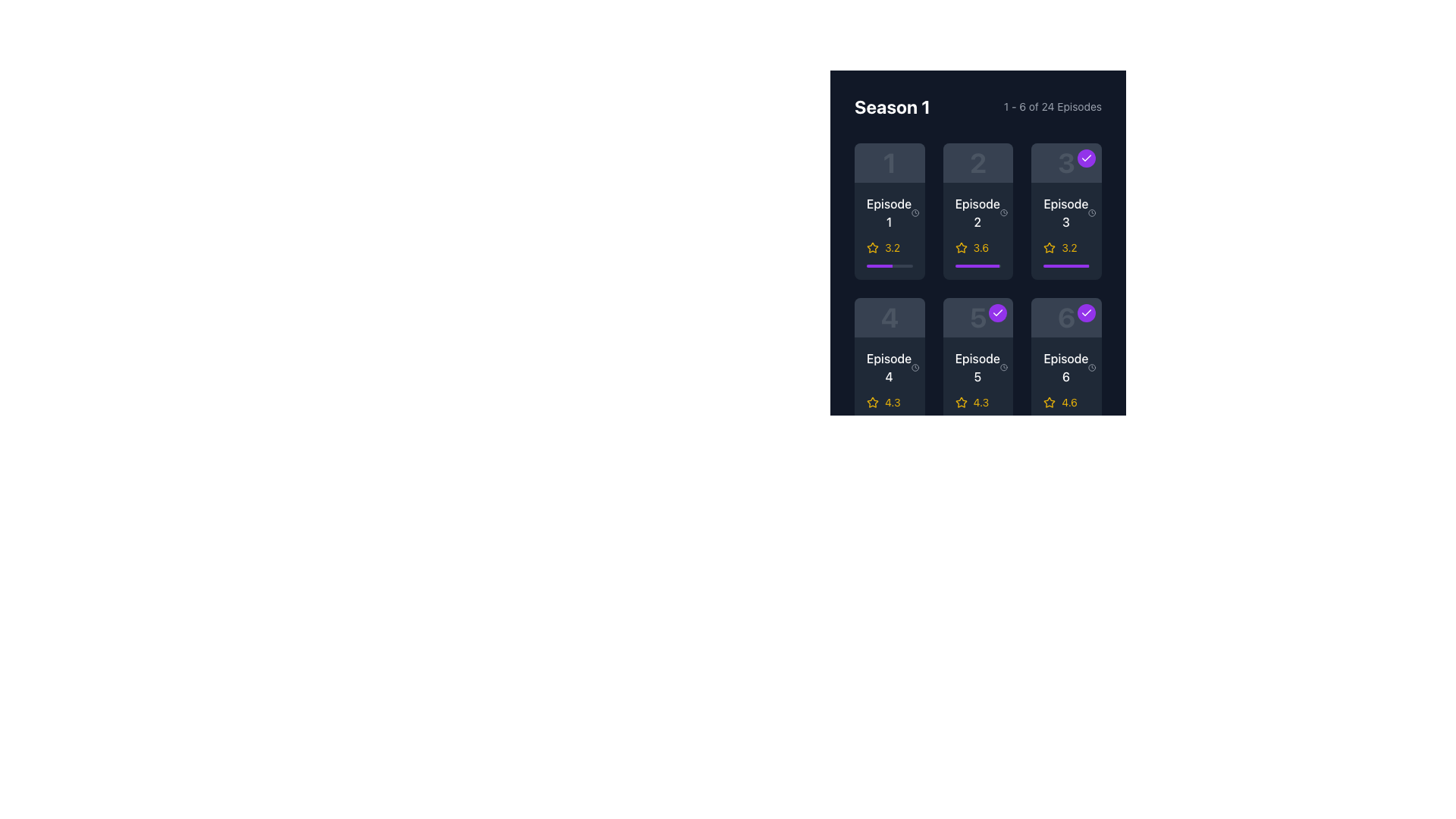 This screenshot has width=1456, height=819. What do you see at coordinates (978, 247) in the screenshot?
I see `the Rating display element, which consists of a yellow star icon and the text '3.6', located below 'Episode 2' in the second column of the first row of the episode listing` at bounding box center [978, 247].